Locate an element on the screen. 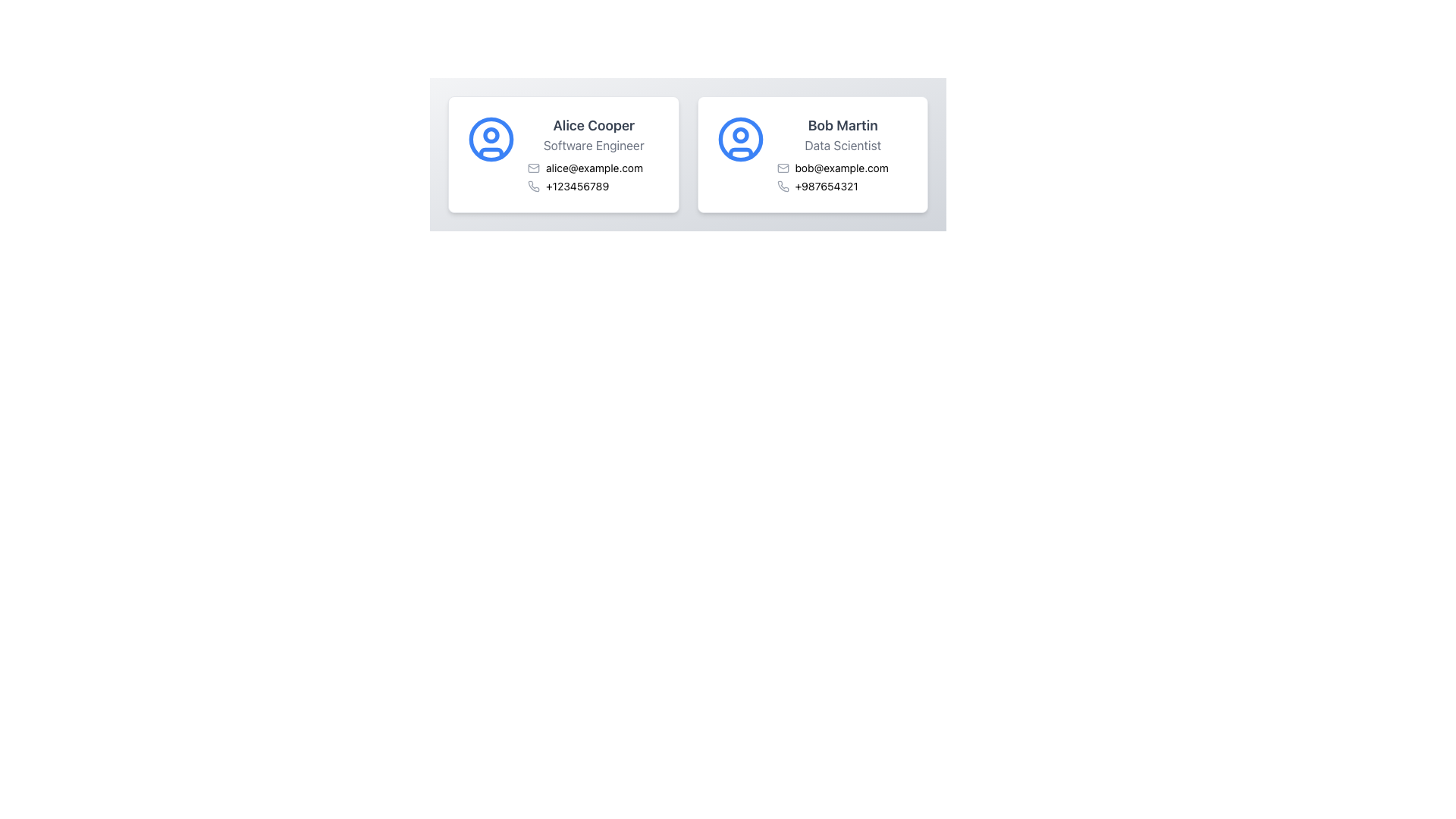 This screenshot has width=1456, height=819. the mailto hyperlink for 'alice@example.com' to underline it, which is positioned below the 'Alice Cooper' title and 'Software Engineer' subtitle is located at coordinates (594, 168).